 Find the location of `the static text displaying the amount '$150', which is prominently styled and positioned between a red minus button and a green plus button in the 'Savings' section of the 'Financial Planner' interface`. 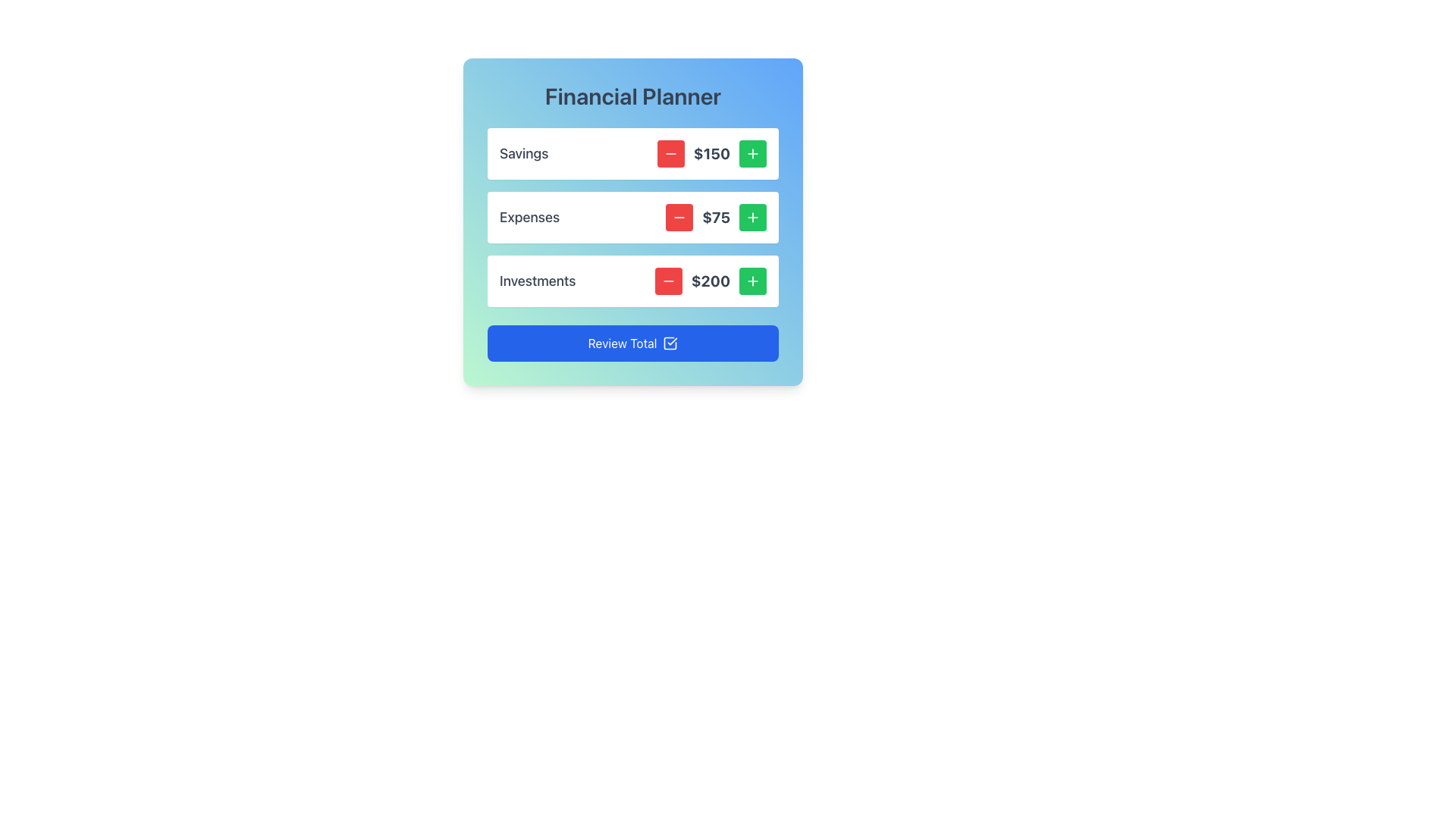

the static text displaying the amount '$150', which is prominently styled and positioned between a red minus button and a green plus button in the 'Savings' section of the 'Financial Planner' interface is located at coordinates (711, 154).